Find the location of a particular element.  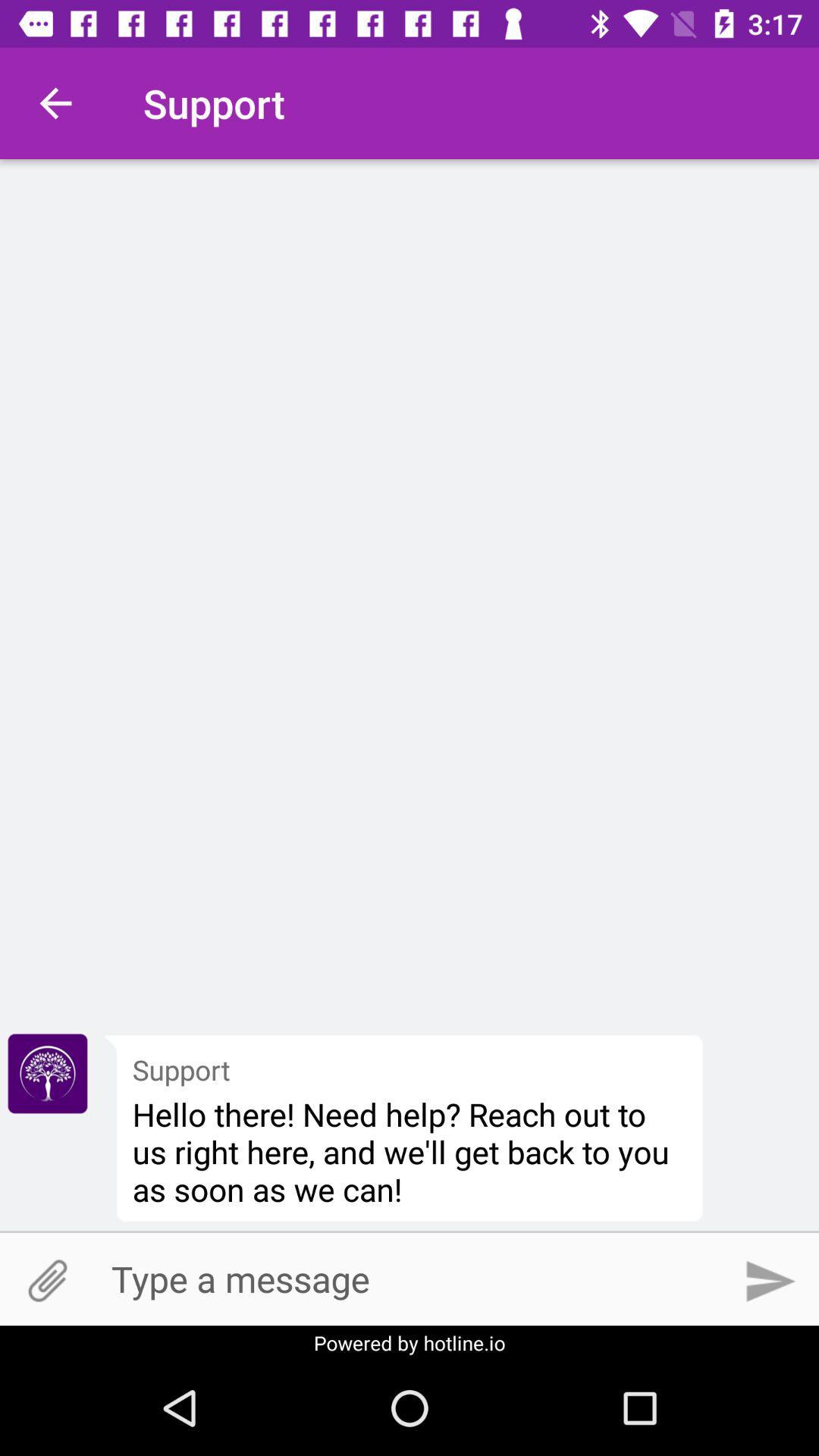

item next to the support is located at coordinates (46, 1073).